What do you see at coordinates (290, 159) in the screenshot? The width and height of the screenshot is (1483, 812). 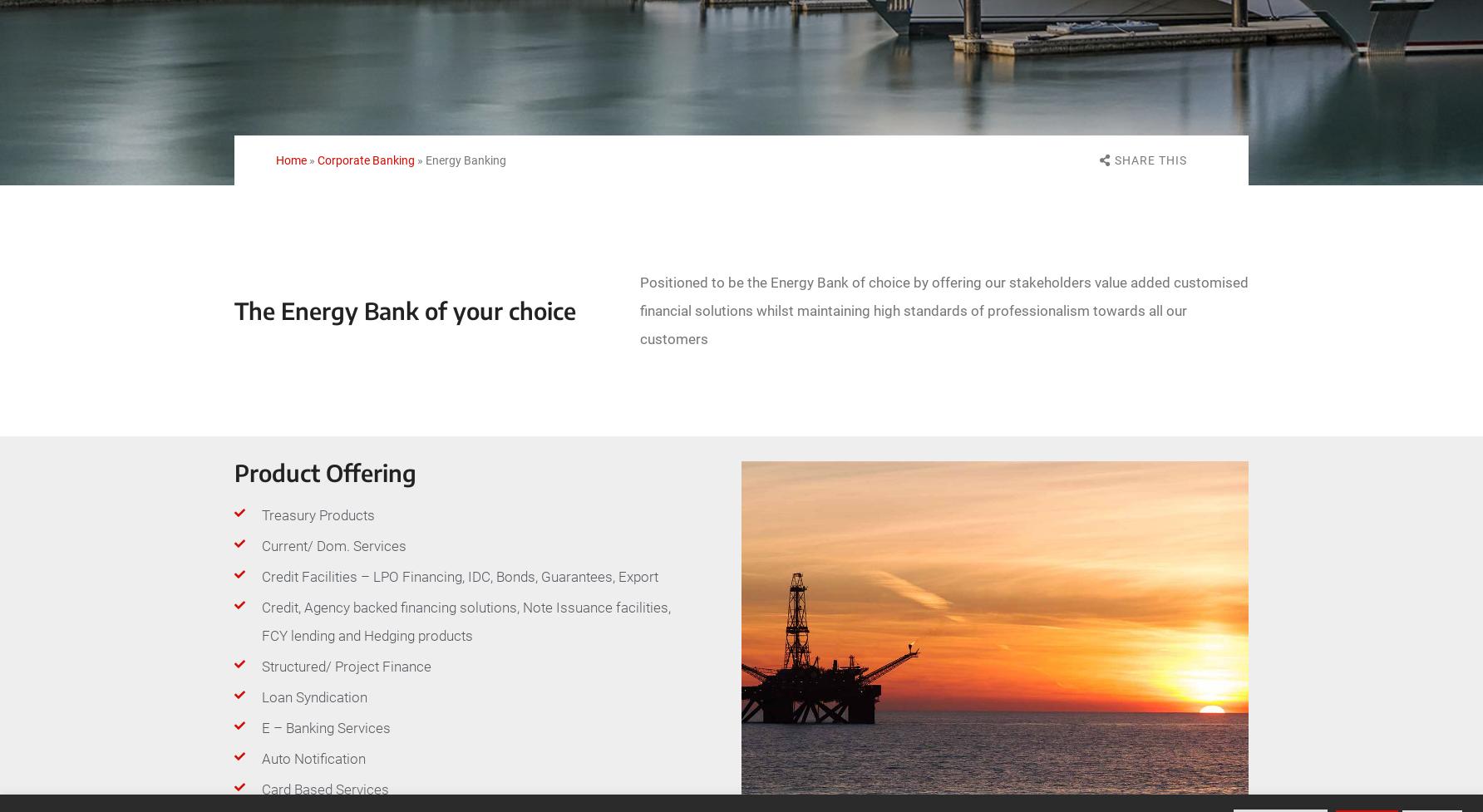 I see `'Home'` at bounding box center [290, 159].